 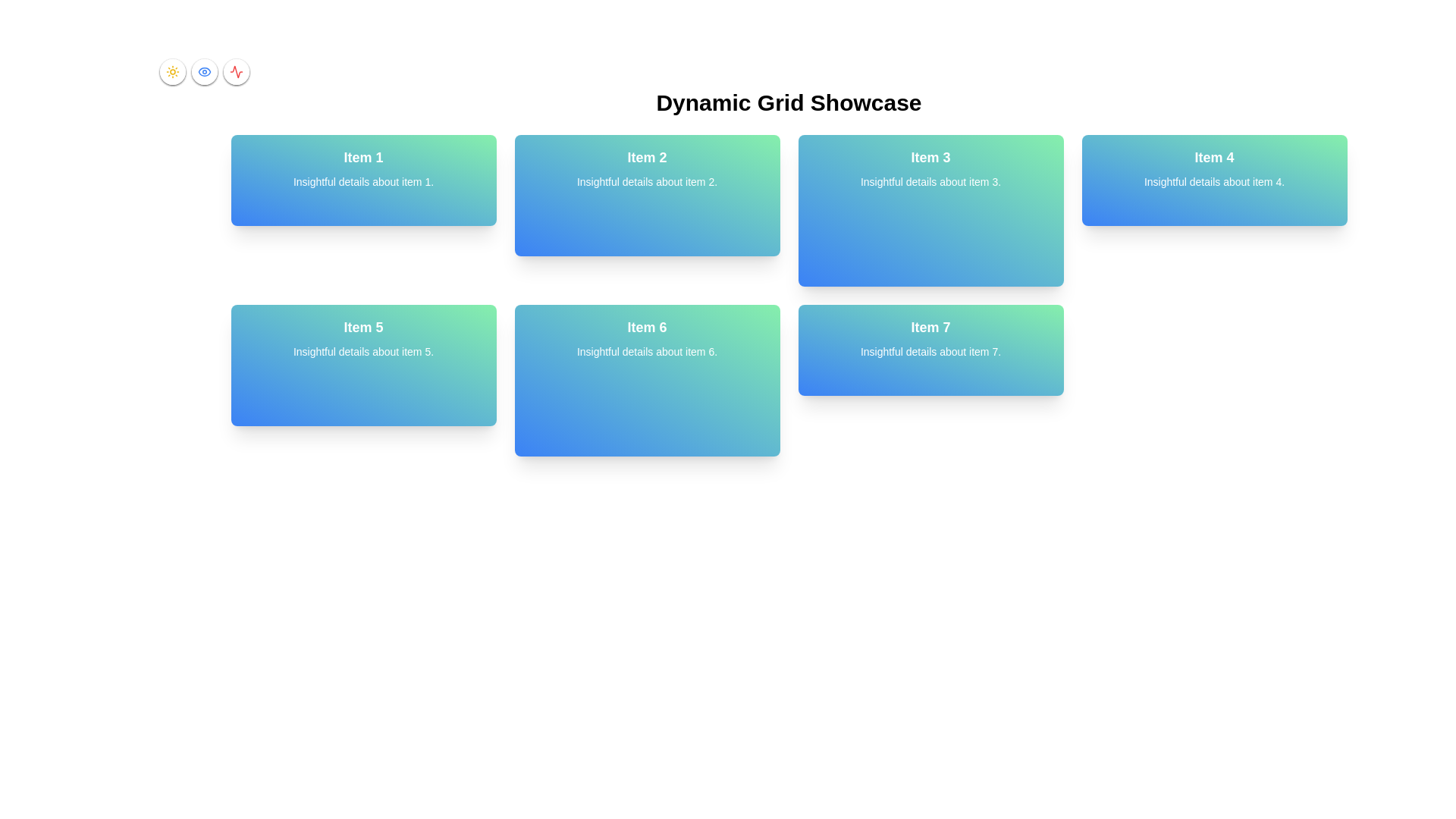 What do you see at coordinates (647, 180) in the screenshot?
I see `text label displaying 'Insightful details about item 2.' which is located below the heading 'Item 2' in the second card from the left` at bounding box center [647, 180].